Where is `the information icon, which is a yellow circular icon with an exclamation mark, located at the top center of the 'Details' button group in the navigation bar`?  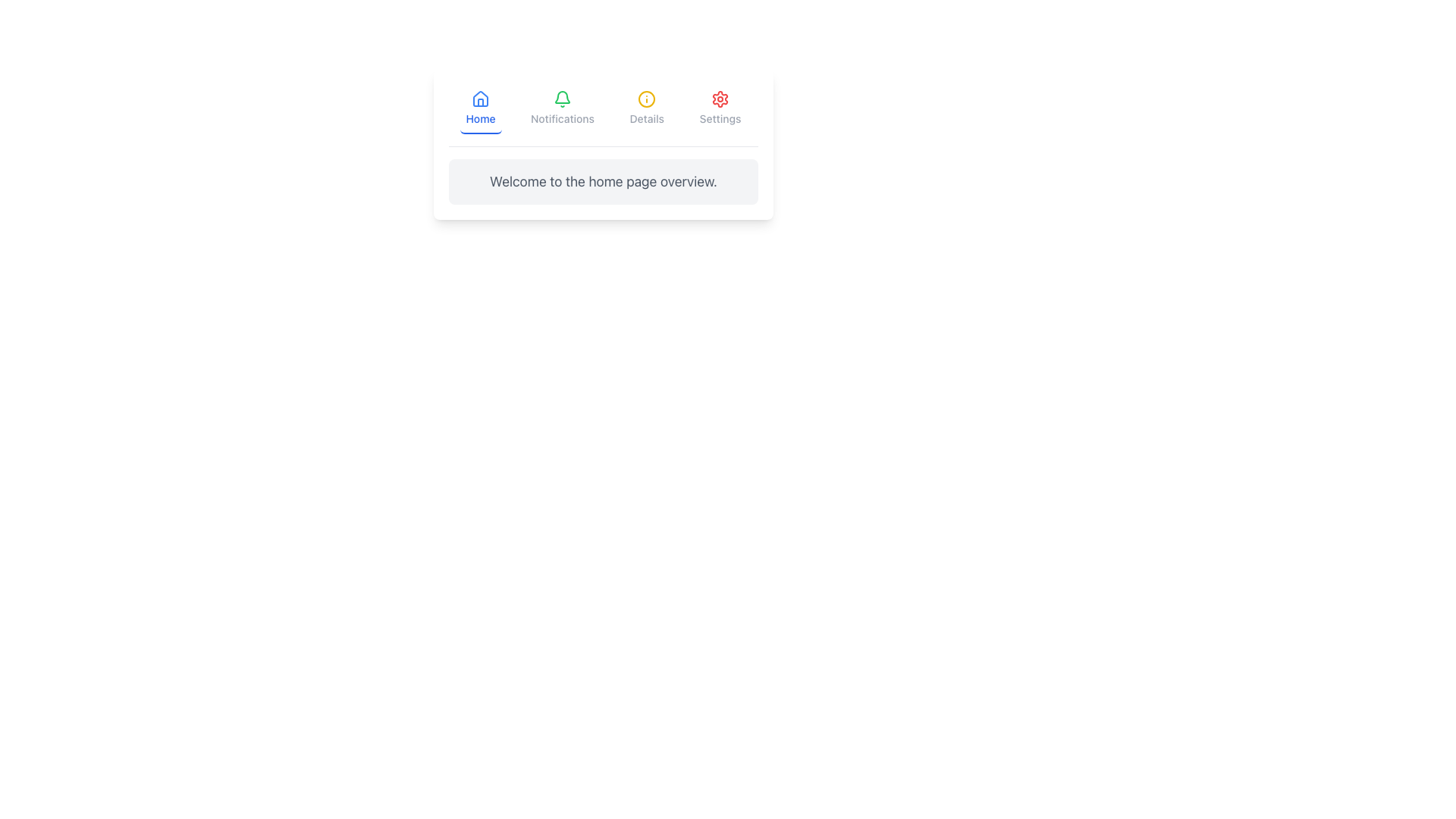 the information icon, which is a yellow circular icon with an exclamation mark, located at the top center of the 'Details' button group in the navigation bar is located at coordinates (647, 99).